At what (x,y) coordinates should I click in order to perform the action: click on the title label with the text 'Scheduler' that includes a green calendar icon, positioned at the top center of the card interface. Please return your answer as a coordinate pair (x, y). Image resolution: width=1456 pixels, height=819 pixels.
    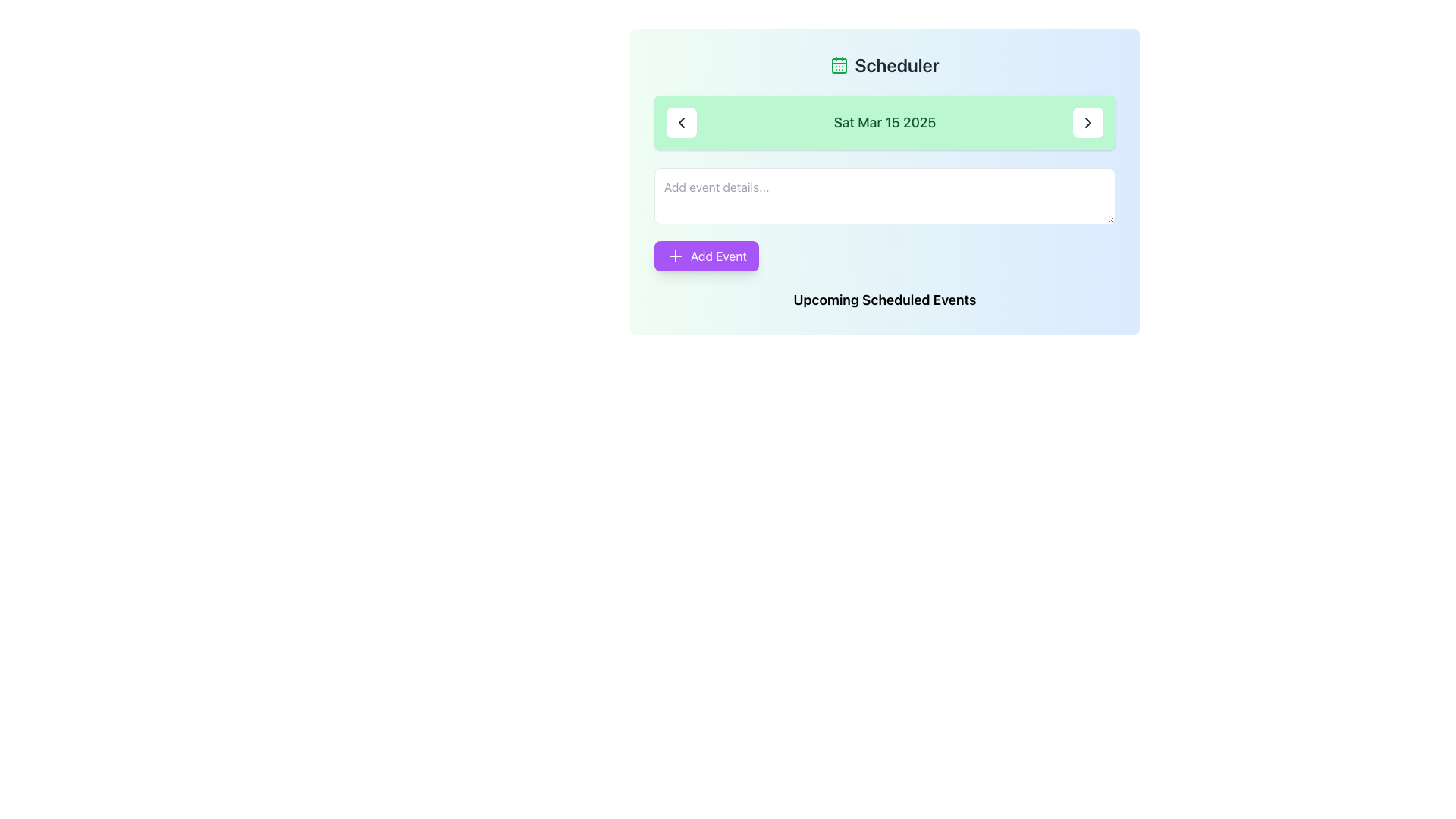
    Looking at the image, I should click on (884, 64).